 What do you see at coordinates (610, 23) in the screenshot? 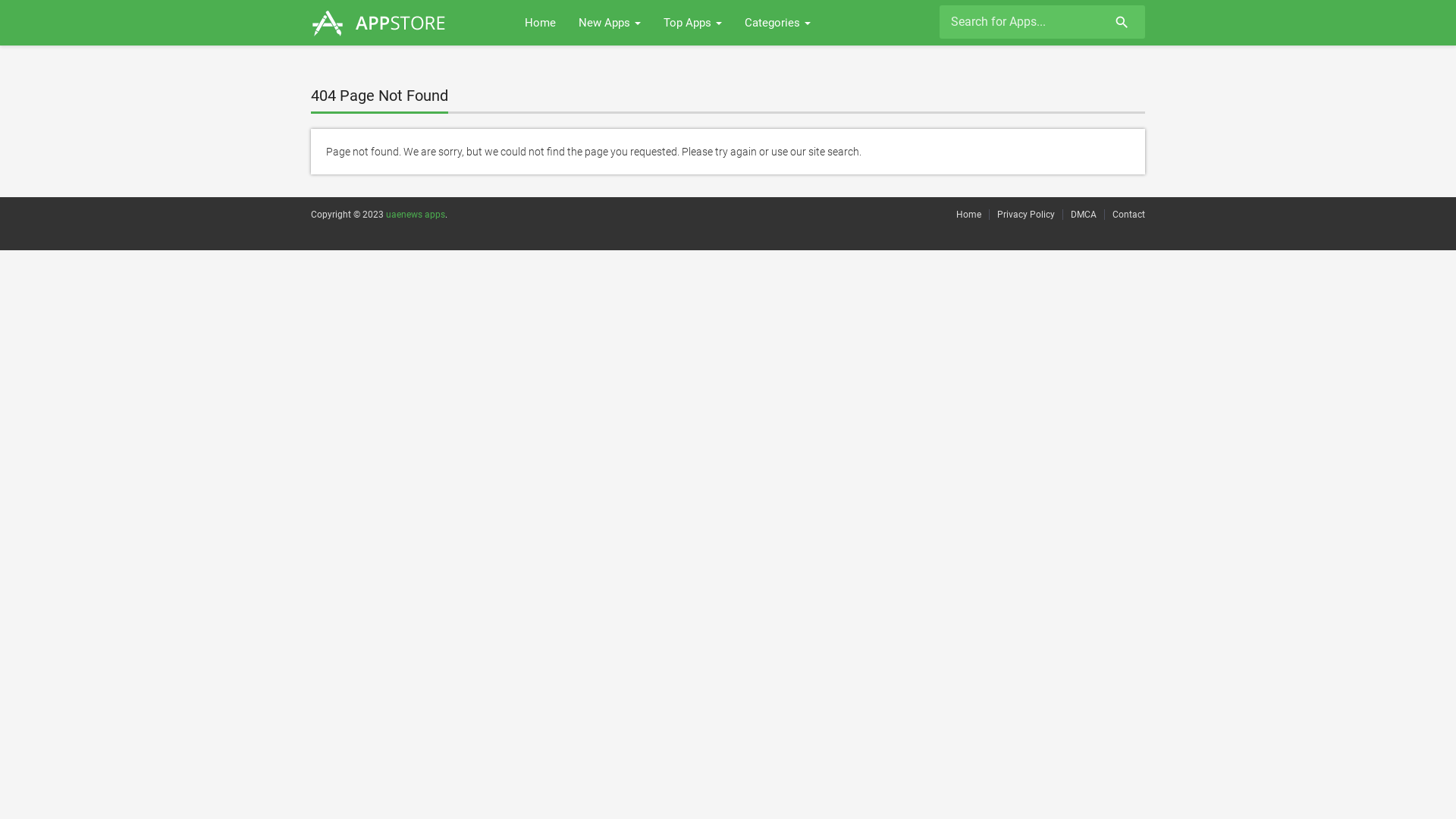
I see `'New Apps'` at bounding box center [610, 23].